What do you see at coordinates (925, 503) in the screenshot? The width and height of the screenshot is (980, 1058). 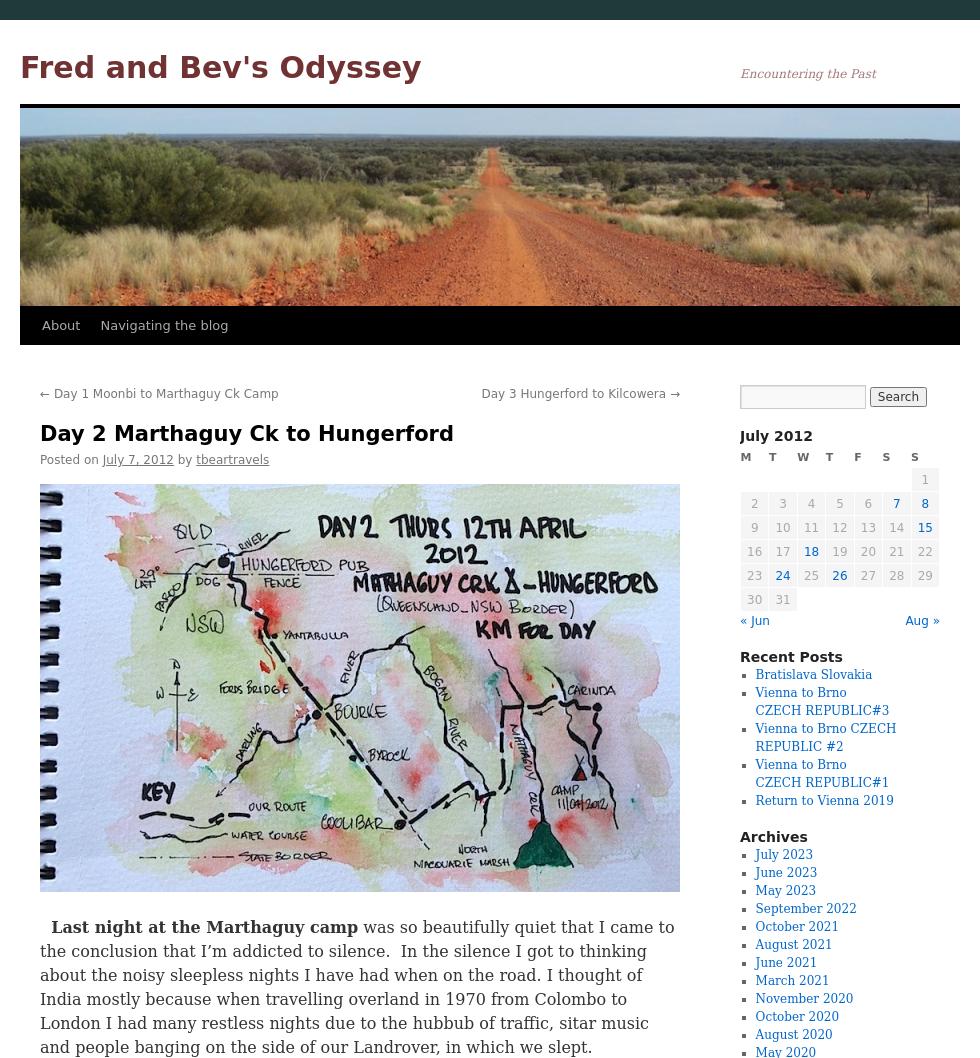 I see `'8'` at bounding box center [925, 503].